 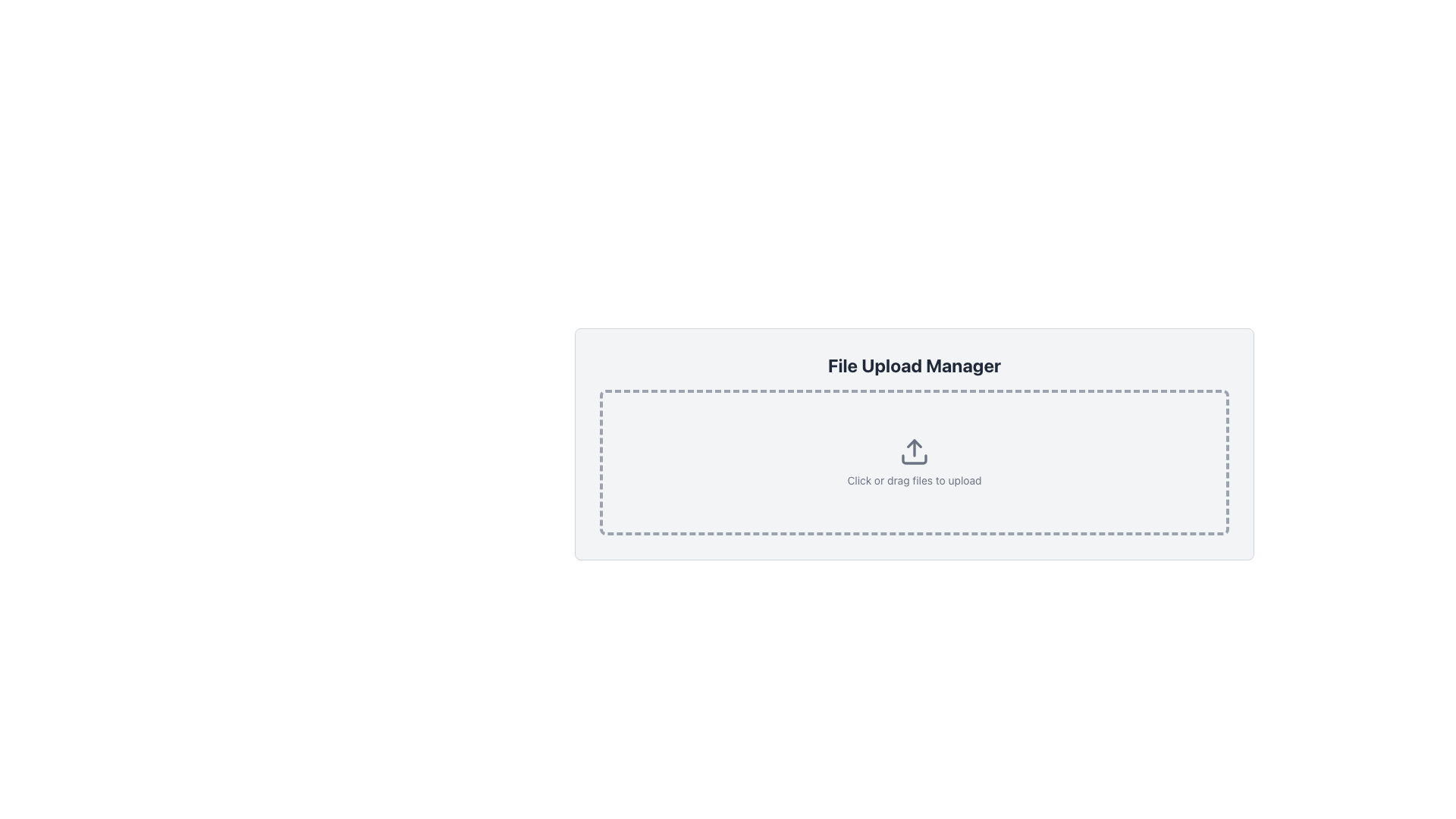 I want to click on the Interactive file upload area within the 'File Upload Manager', so click(x=913, y=461).